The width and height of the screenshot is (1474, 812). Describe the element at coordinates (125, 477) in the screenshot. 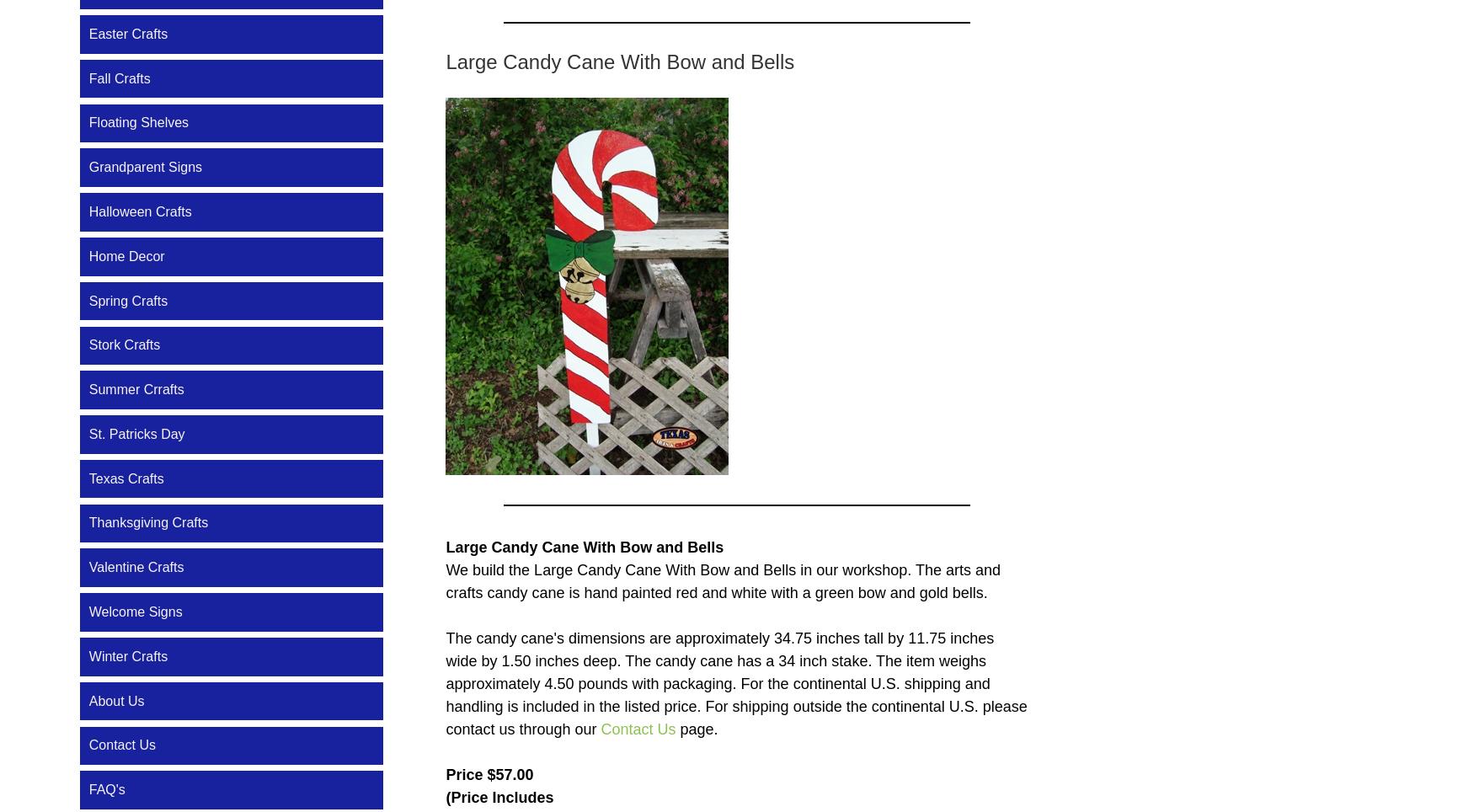

I see `'Texas Crafts'` at that location.